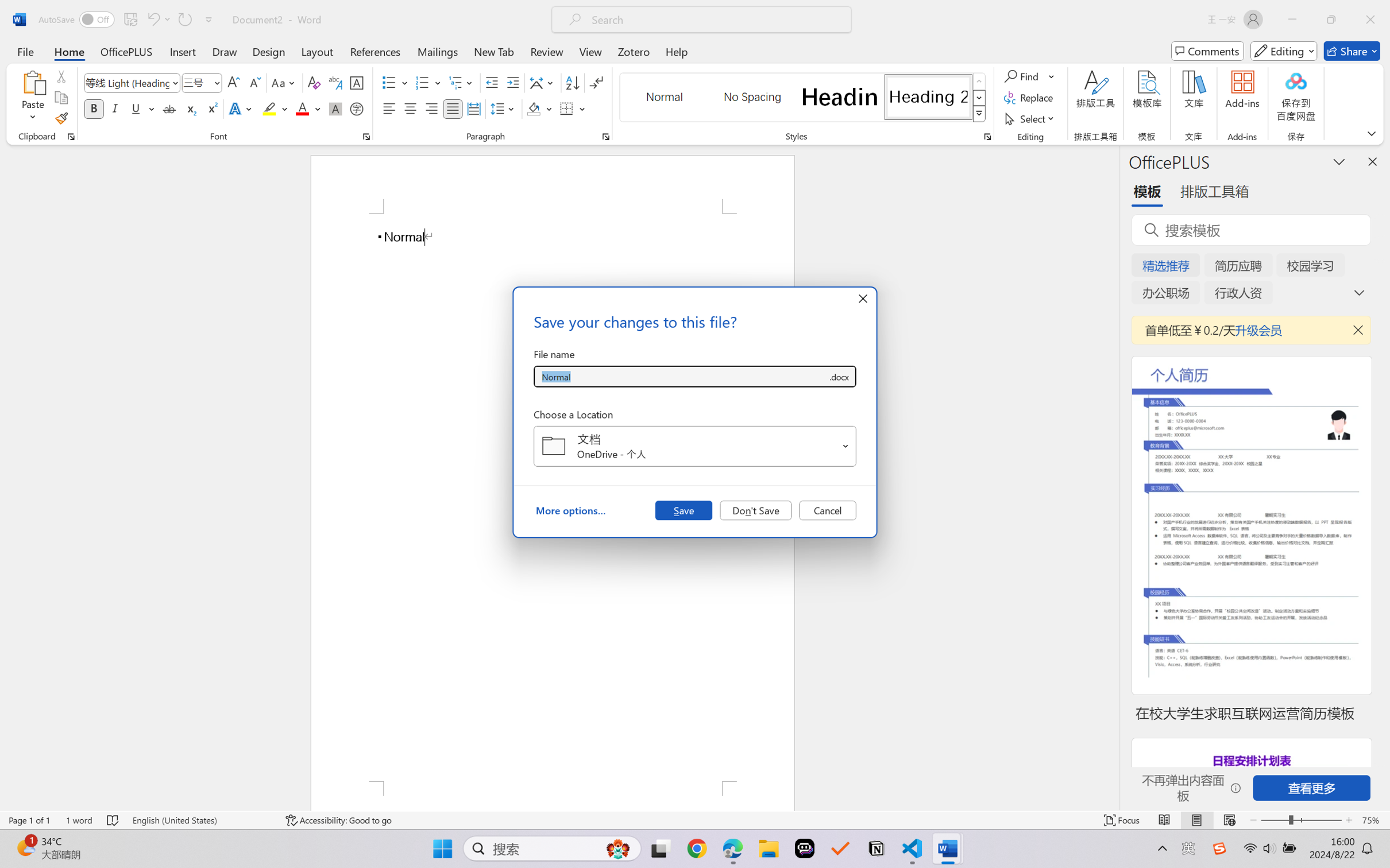 This screenshot has width=1390, height=868. I want to click on 'Bullets', so click(395, 83).